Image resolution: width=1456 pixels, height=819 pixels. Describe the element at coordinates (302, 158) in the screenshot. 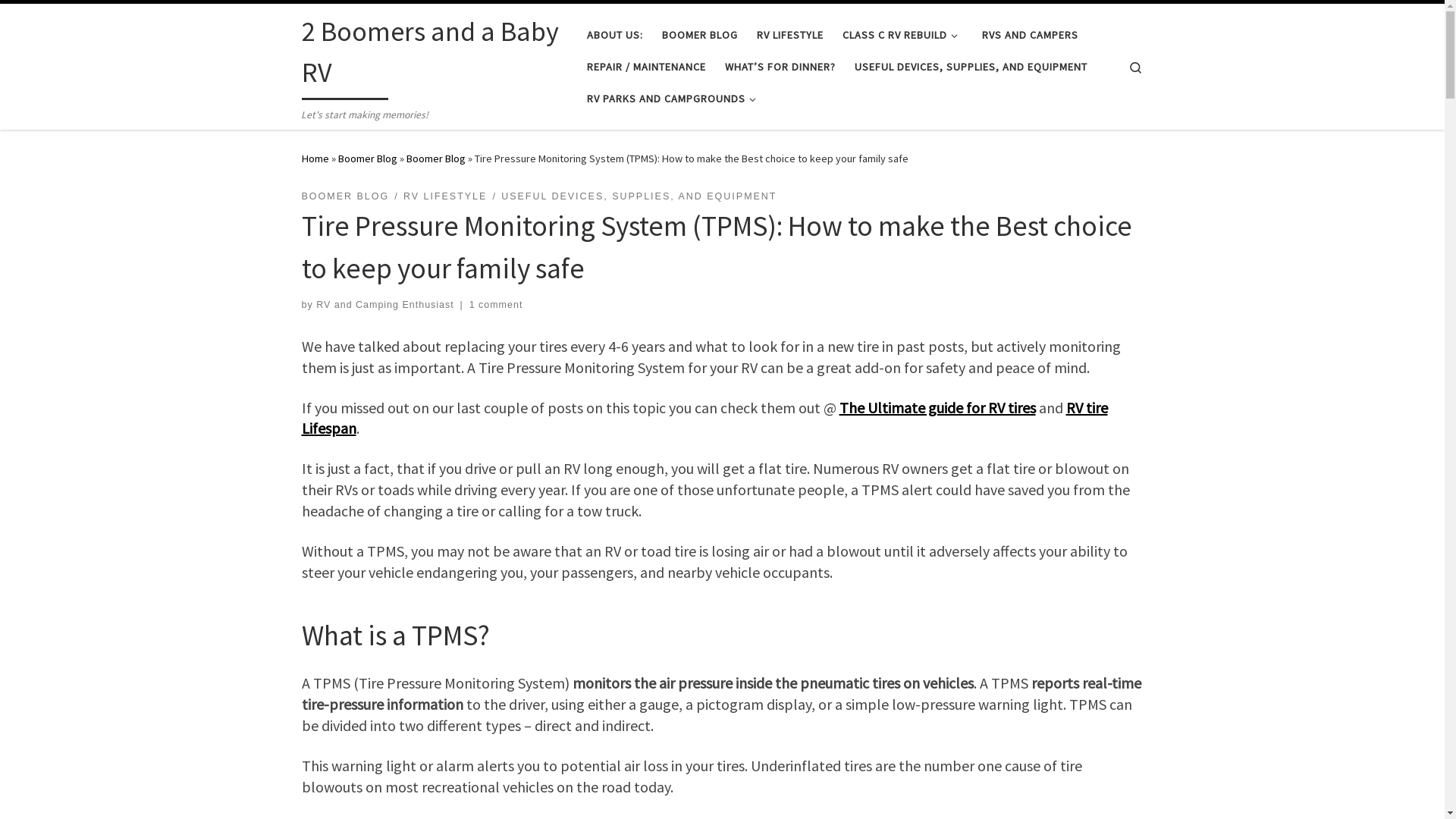

I see `'Home'` at that location.